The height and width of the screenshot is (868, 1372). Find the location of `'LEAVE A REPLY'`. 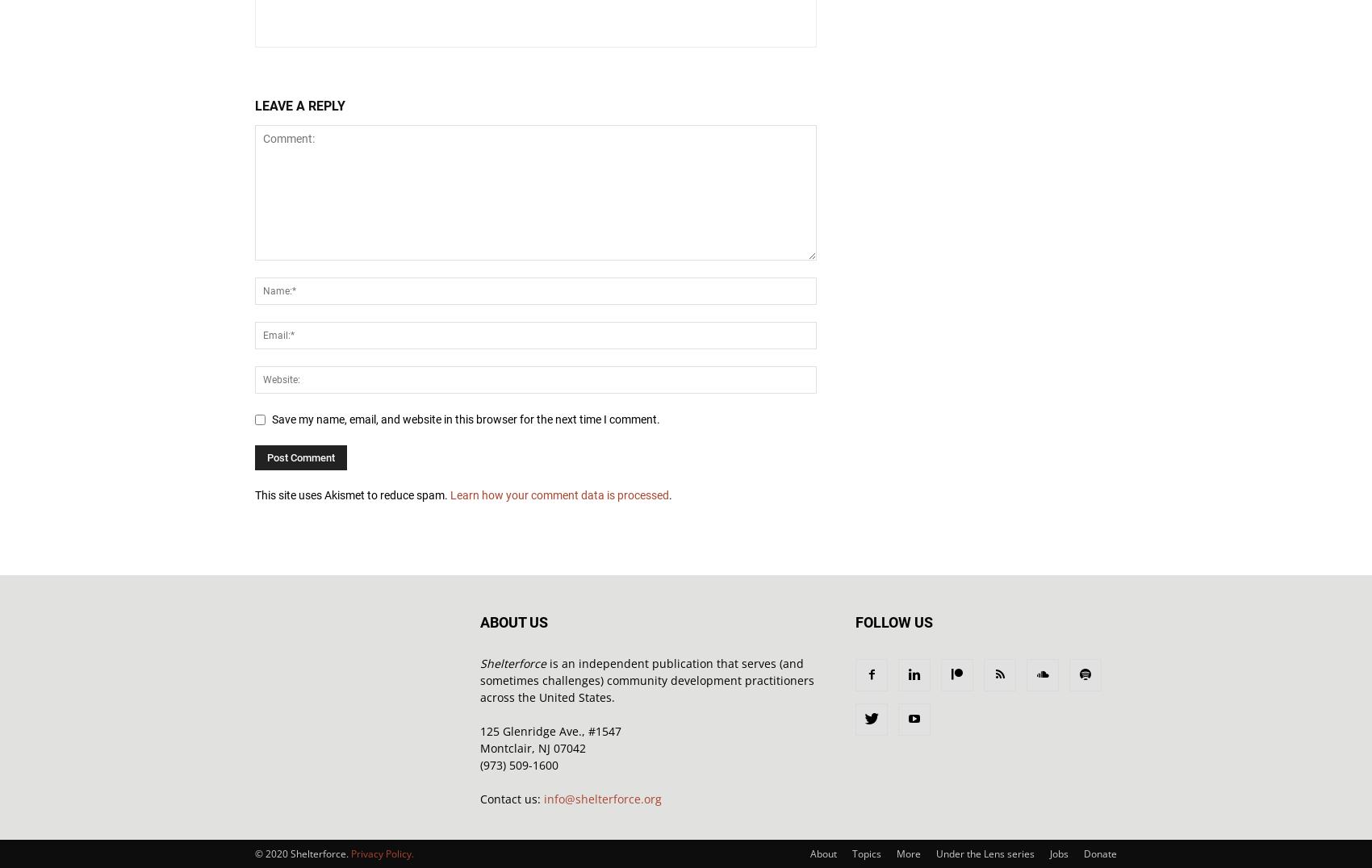

'LEAVE A REPLY' is located at coordinates (299, 105).